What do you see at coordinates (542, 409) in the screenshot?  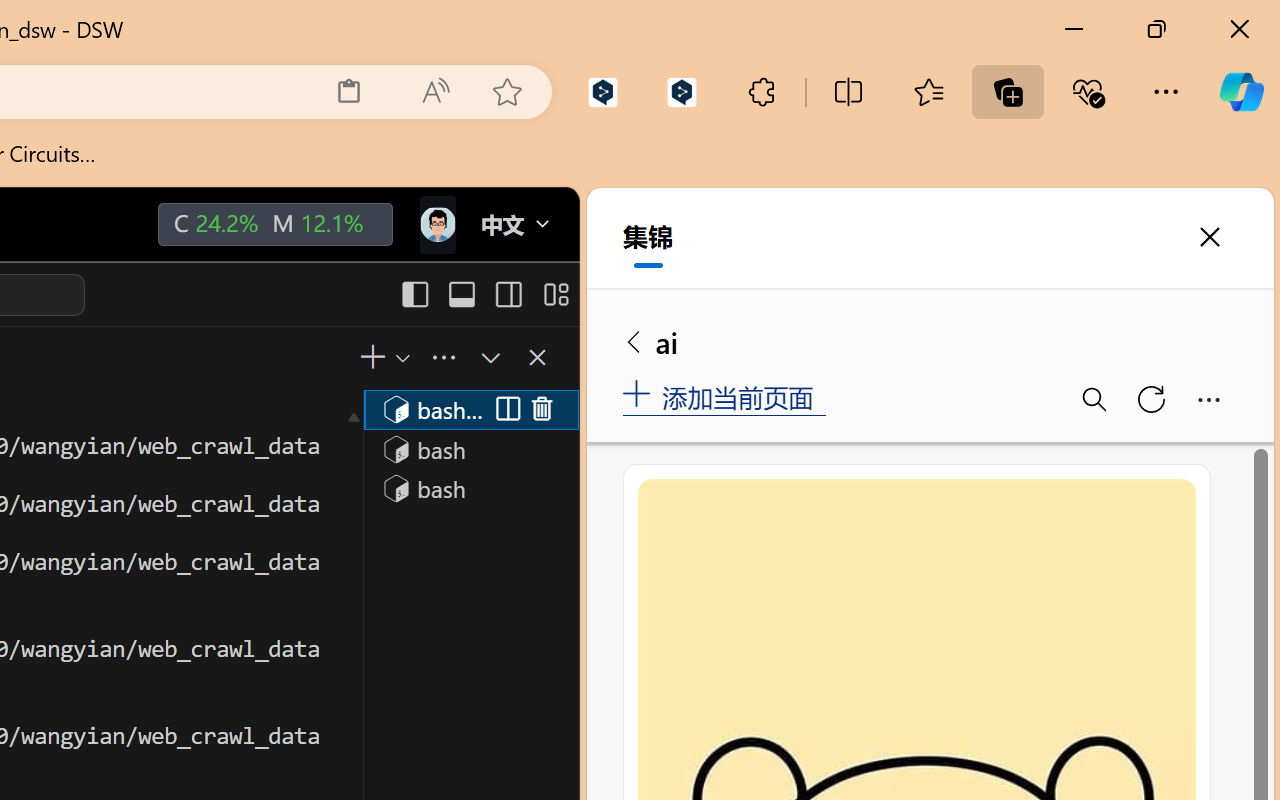 I see `'Kill (Delete)'` at bounding box center [542, 409].